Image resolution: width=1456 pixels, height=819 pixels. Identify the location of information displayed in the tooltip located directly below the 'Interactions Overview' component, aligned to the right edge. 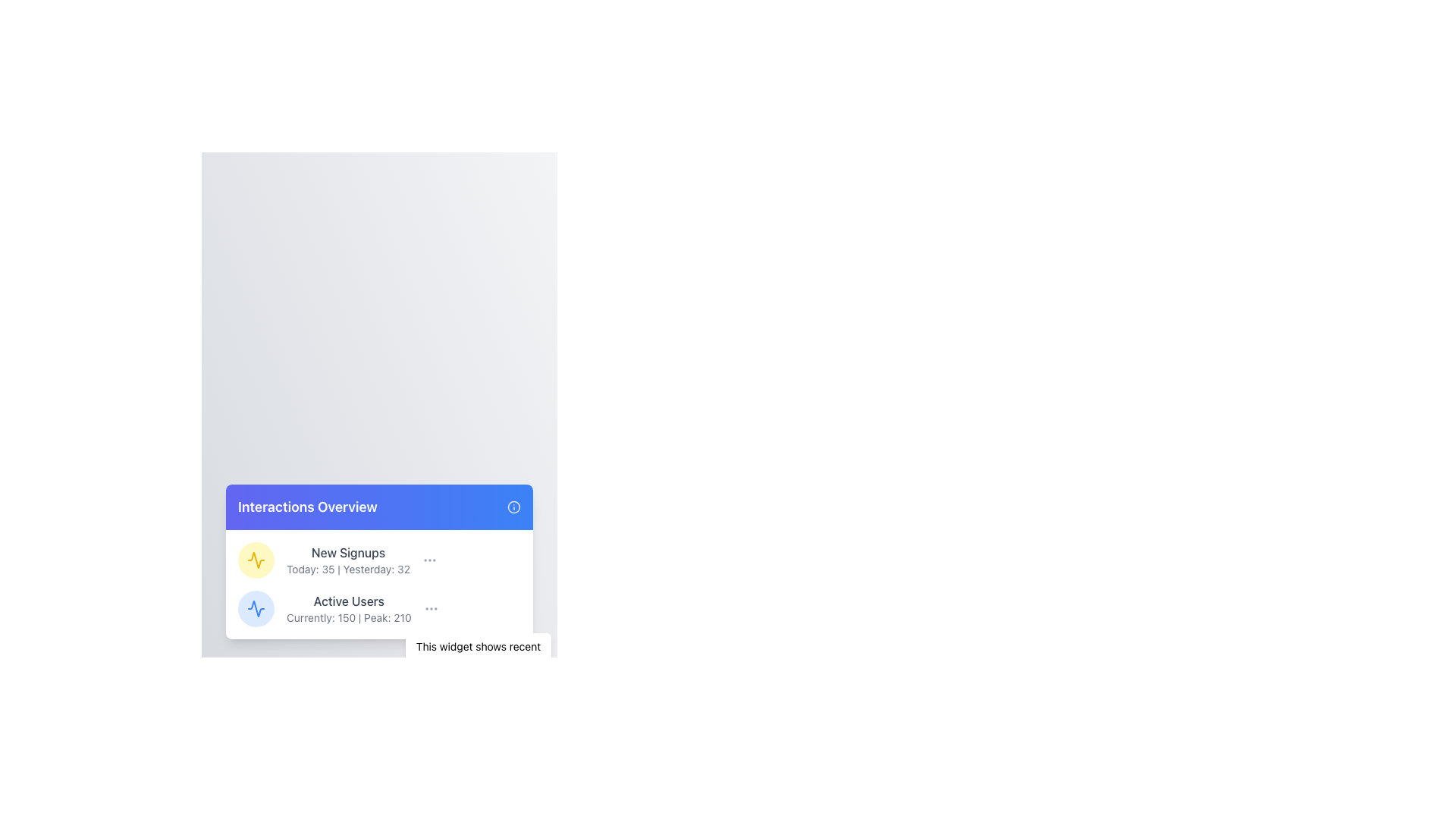
(477, 654).